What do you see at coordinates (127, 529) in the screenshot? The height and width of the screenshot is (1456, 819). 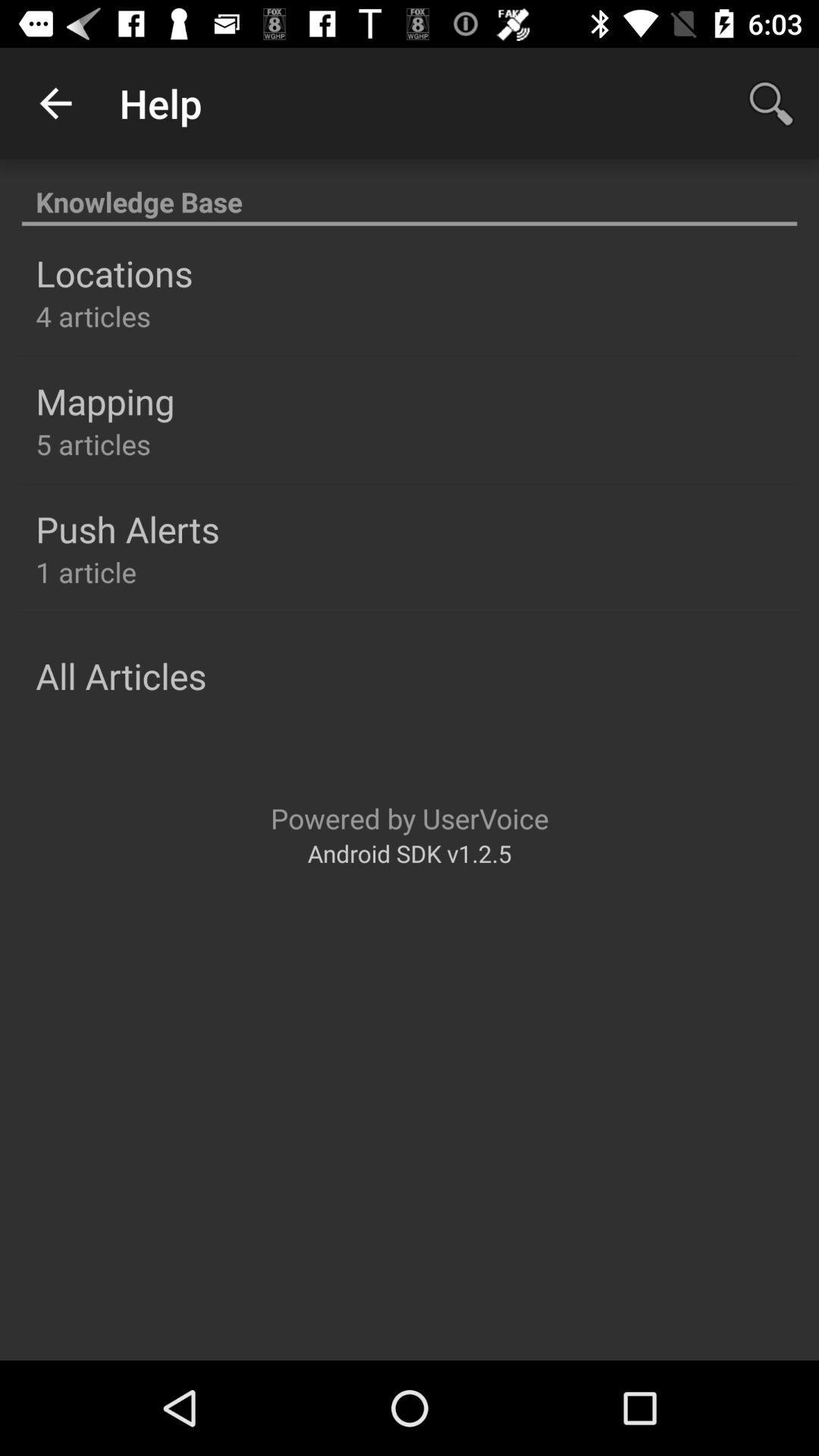 I see `icon above 1 article icon` at bounding box center [127, 529].